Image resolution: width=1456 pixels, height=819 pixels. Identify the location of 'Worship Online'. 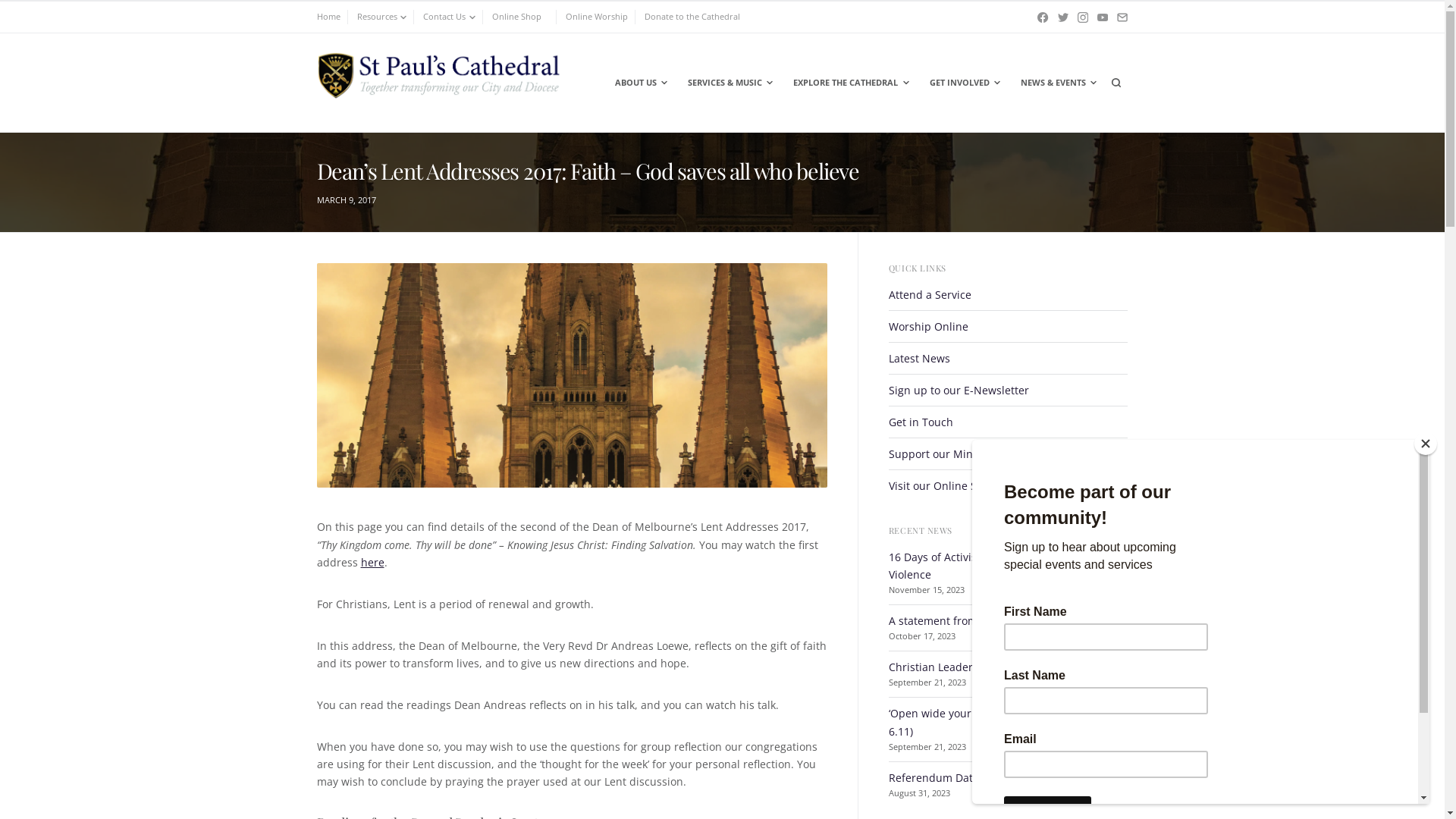
(927, 325).